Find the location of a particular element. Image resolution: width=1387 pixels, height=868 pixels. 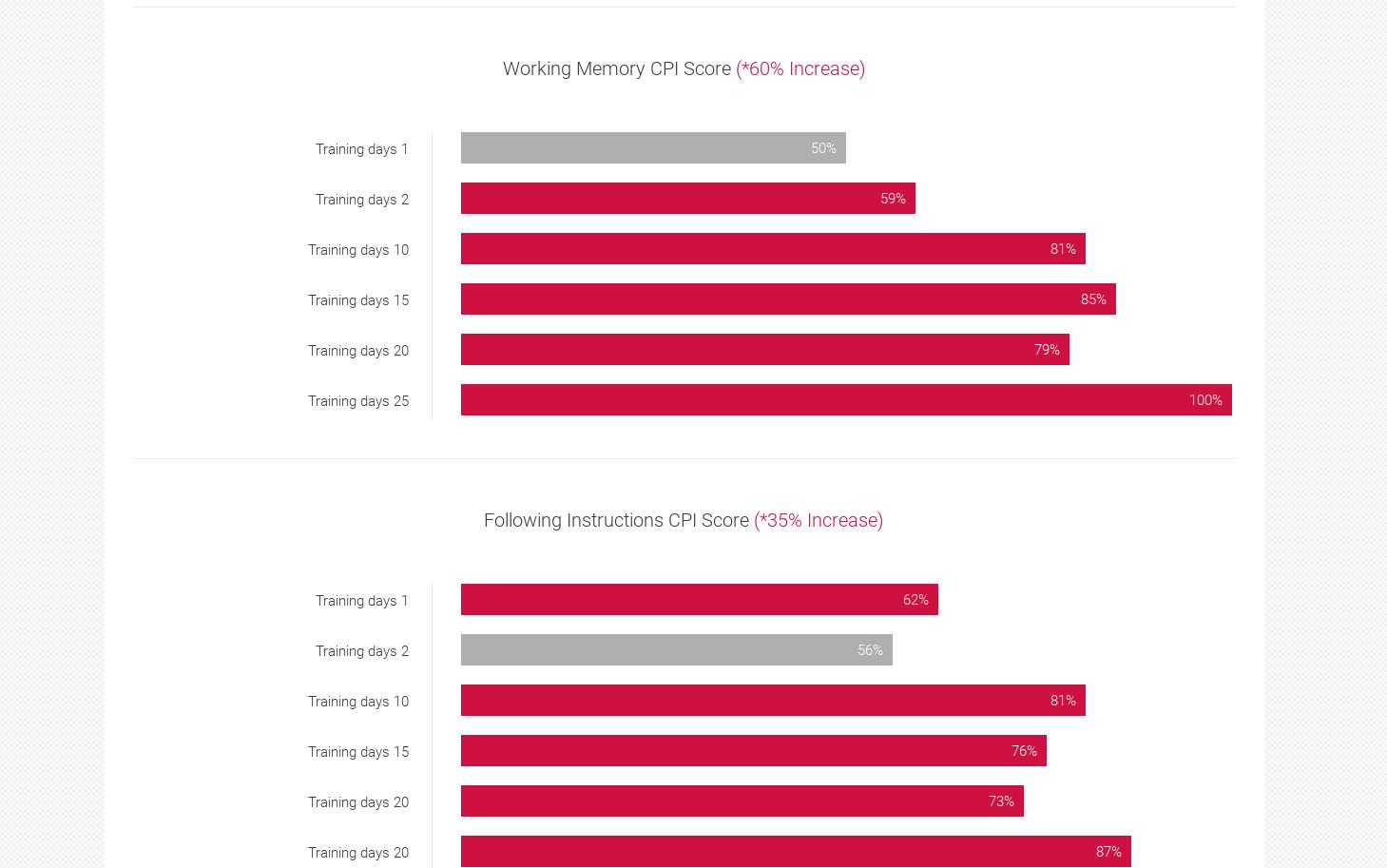

'59%' is located at coordinates (893, 198).